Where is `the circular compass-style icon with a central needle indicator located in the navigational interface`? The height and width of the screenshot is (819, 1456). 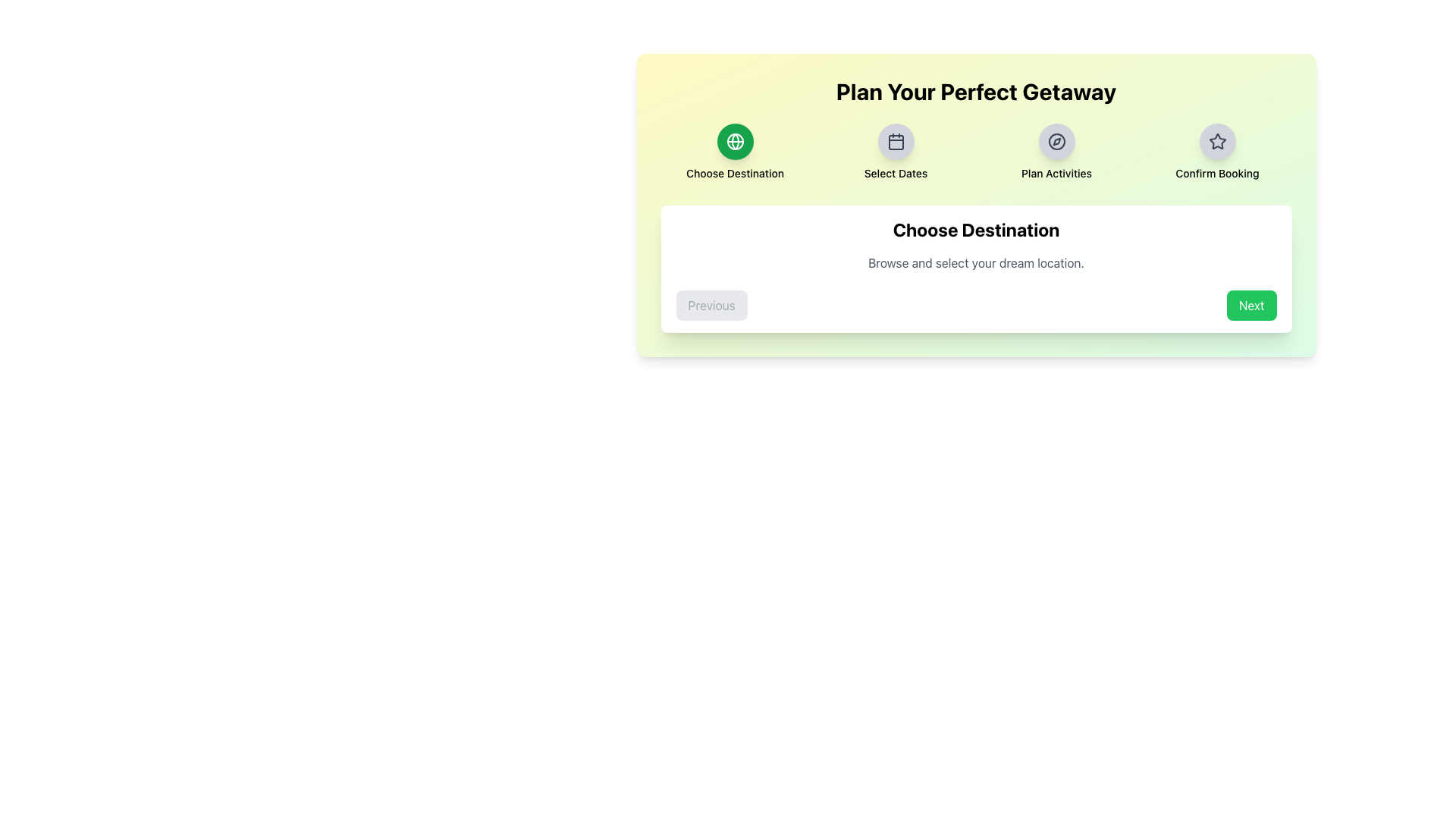 the circular compass-style icon with a central needle indicator located in the navigational interface is located at coordinates (1056, 141).